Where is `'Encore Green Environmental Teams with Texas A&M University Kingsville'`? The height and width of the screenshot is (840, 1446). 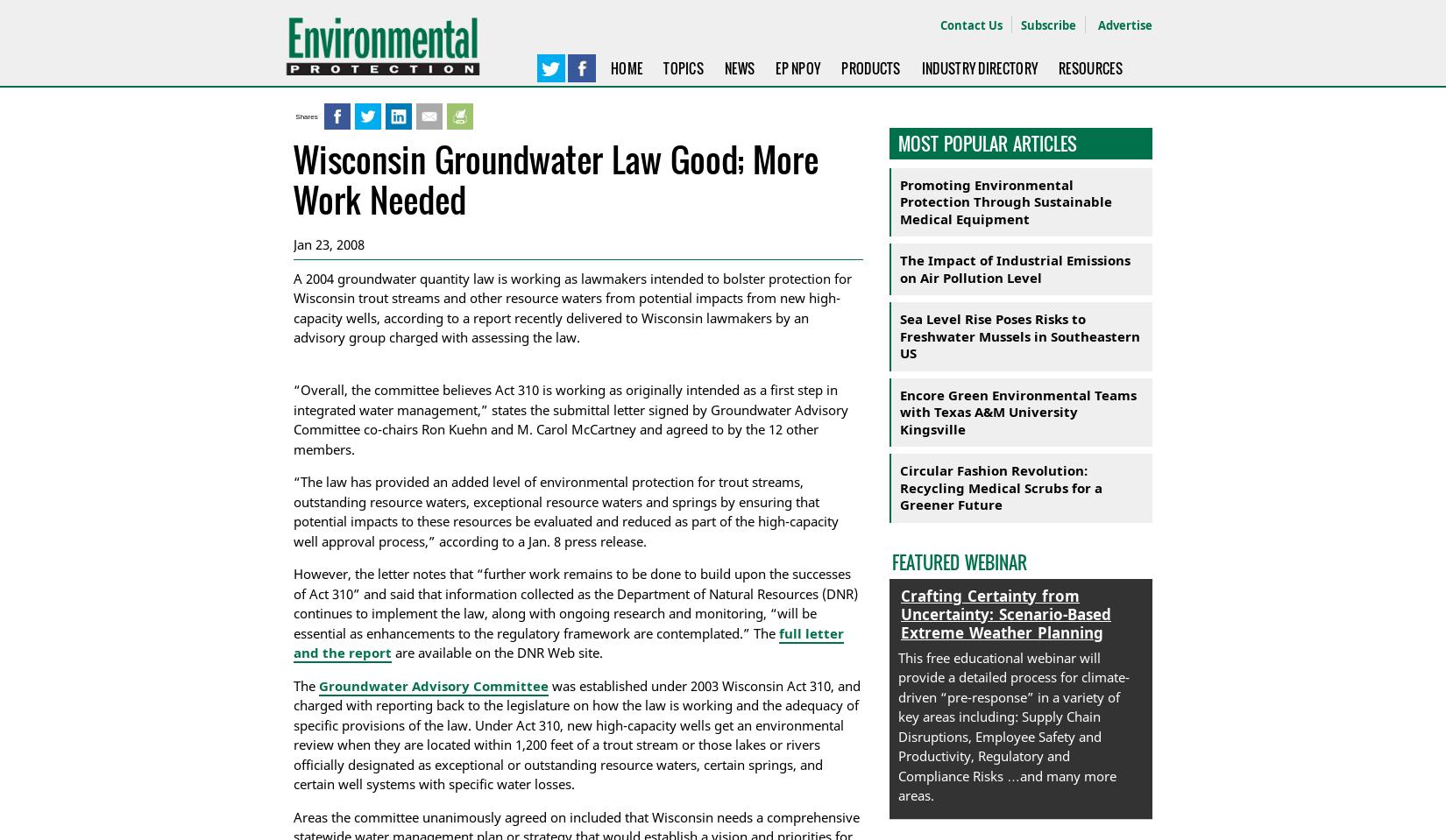
'Encore Green Environmental Teams with Texas A&M University Kingsville' is located at coordinates (1017, 410).